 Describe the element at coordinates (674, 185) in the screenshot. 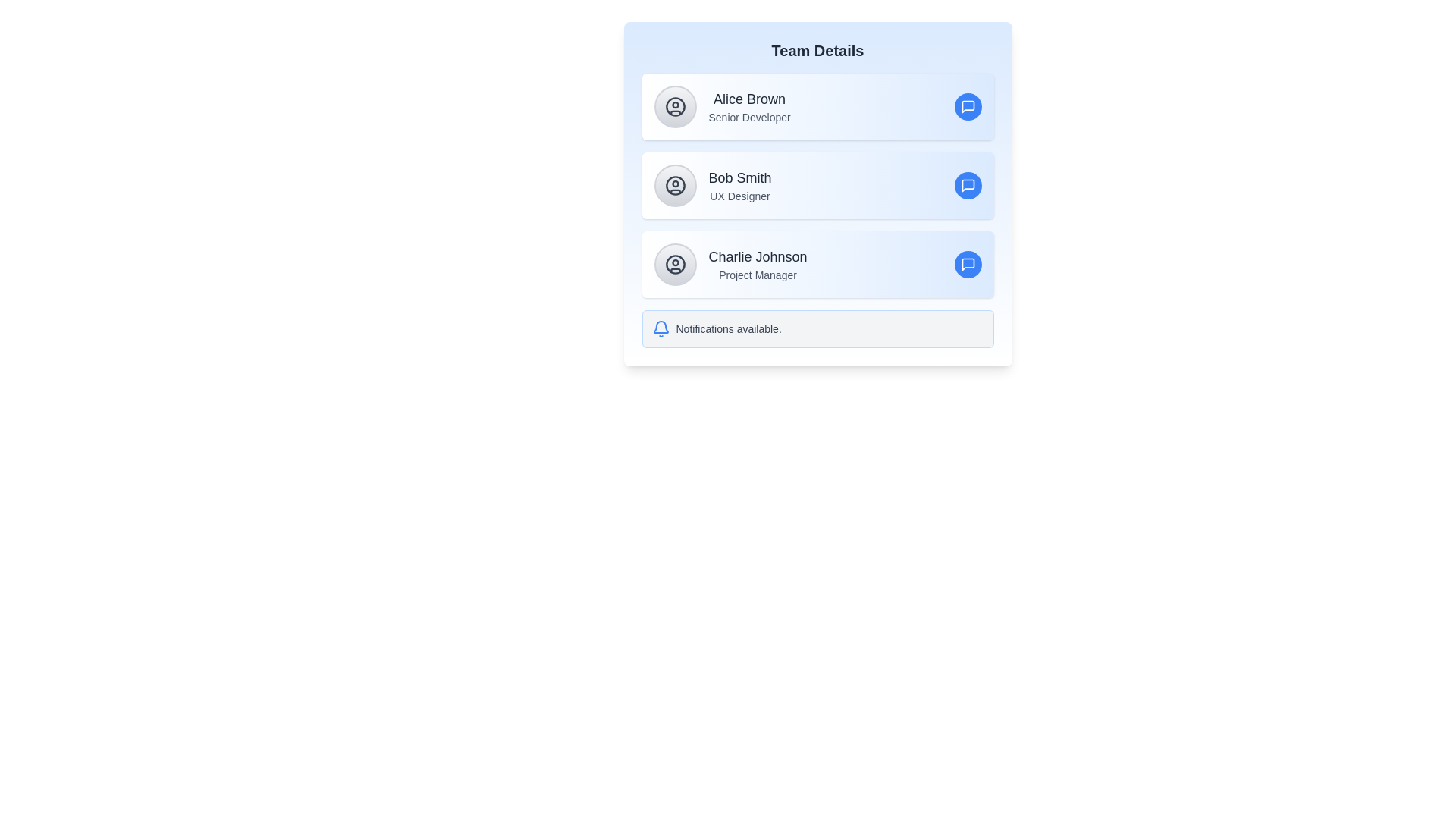

I see `the circular profile icon representing 'Bob Smith', located to the left of the text 'Bob Smith' and 'UX Designer'` at that location.